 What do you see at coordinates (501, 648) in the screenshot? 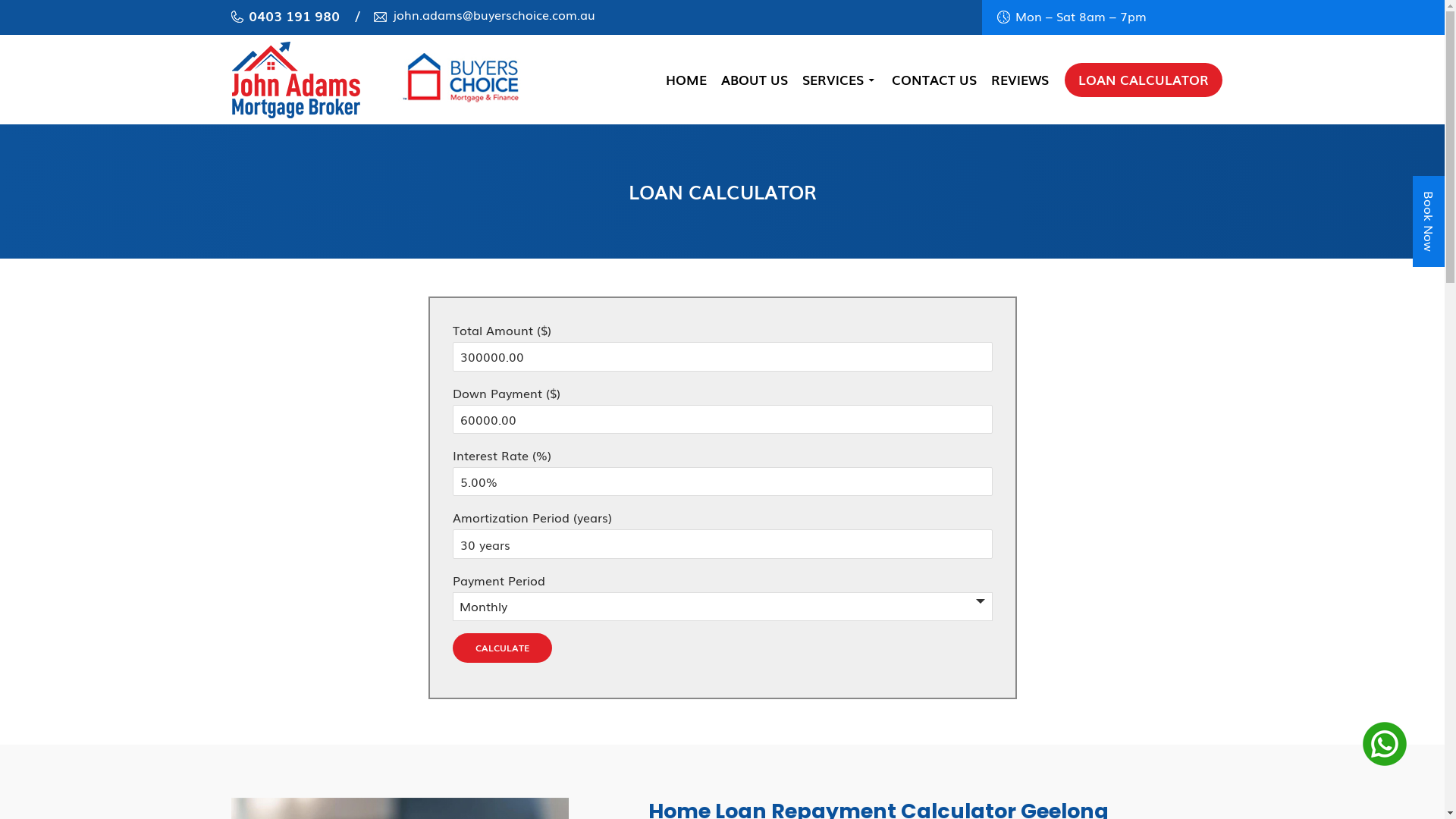
I see `'Calculate'` at bounding box center [501, 648].